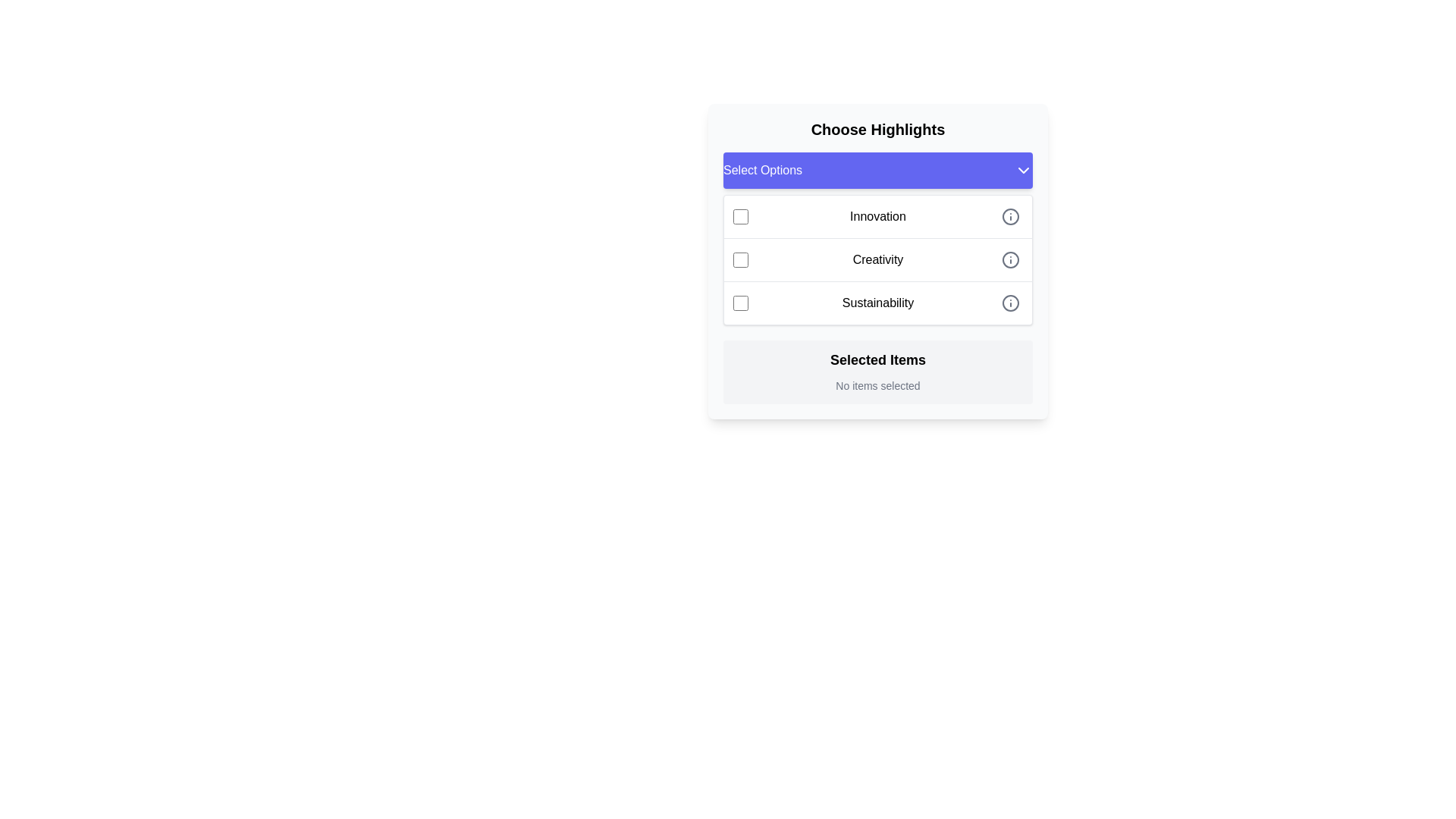 This screenshot has width=1456, height=819. I want to click on the informational Text Label indicating that no items are currently selected within the 'Selected Items' section, so click(877, 385).